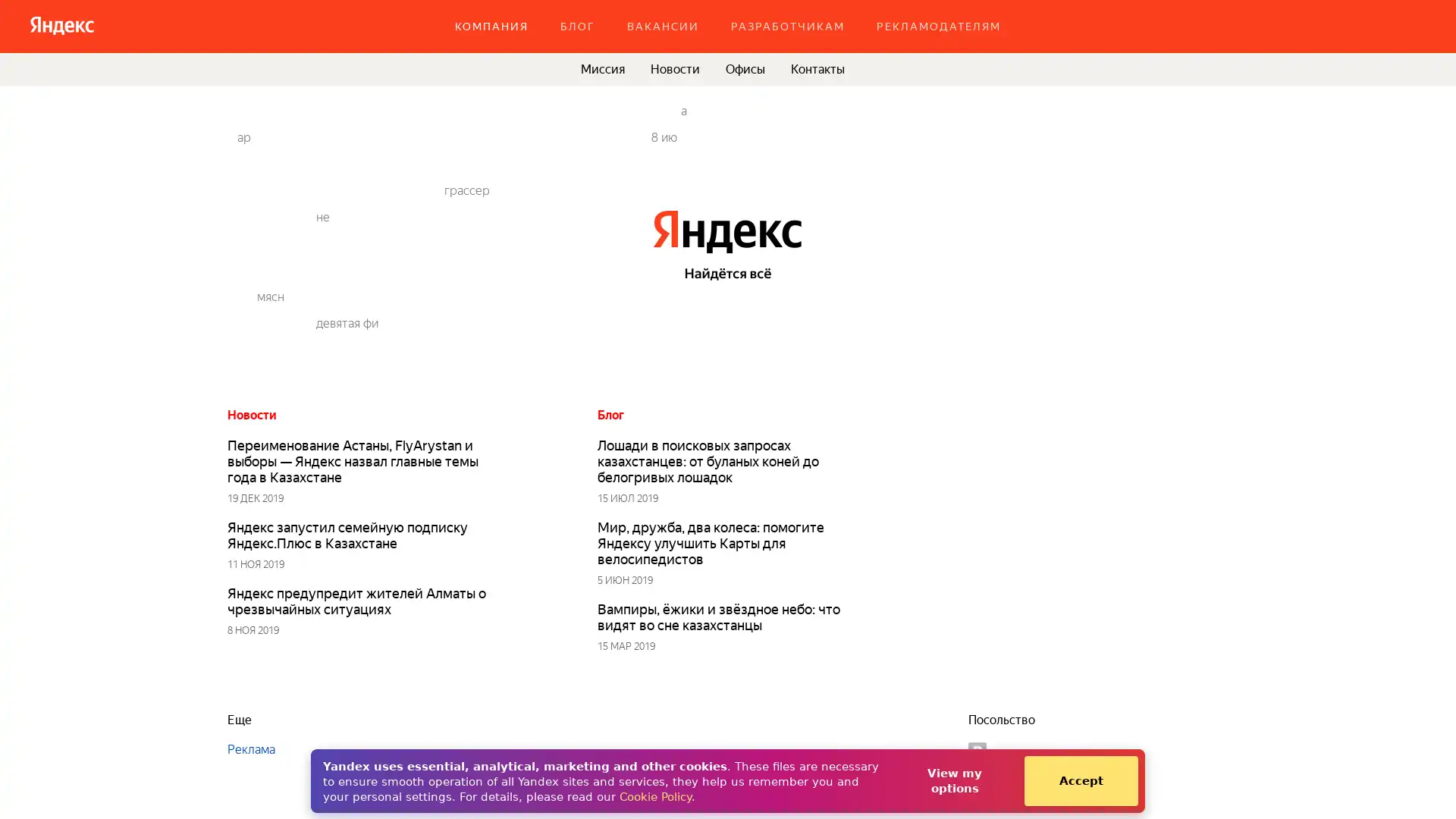 Image resolution: width=1456 pixels, height=819 pixels. What do you see at coordinates (953, 780) in the screenshot?
I see `View my options` at bounding box center [953, 780].